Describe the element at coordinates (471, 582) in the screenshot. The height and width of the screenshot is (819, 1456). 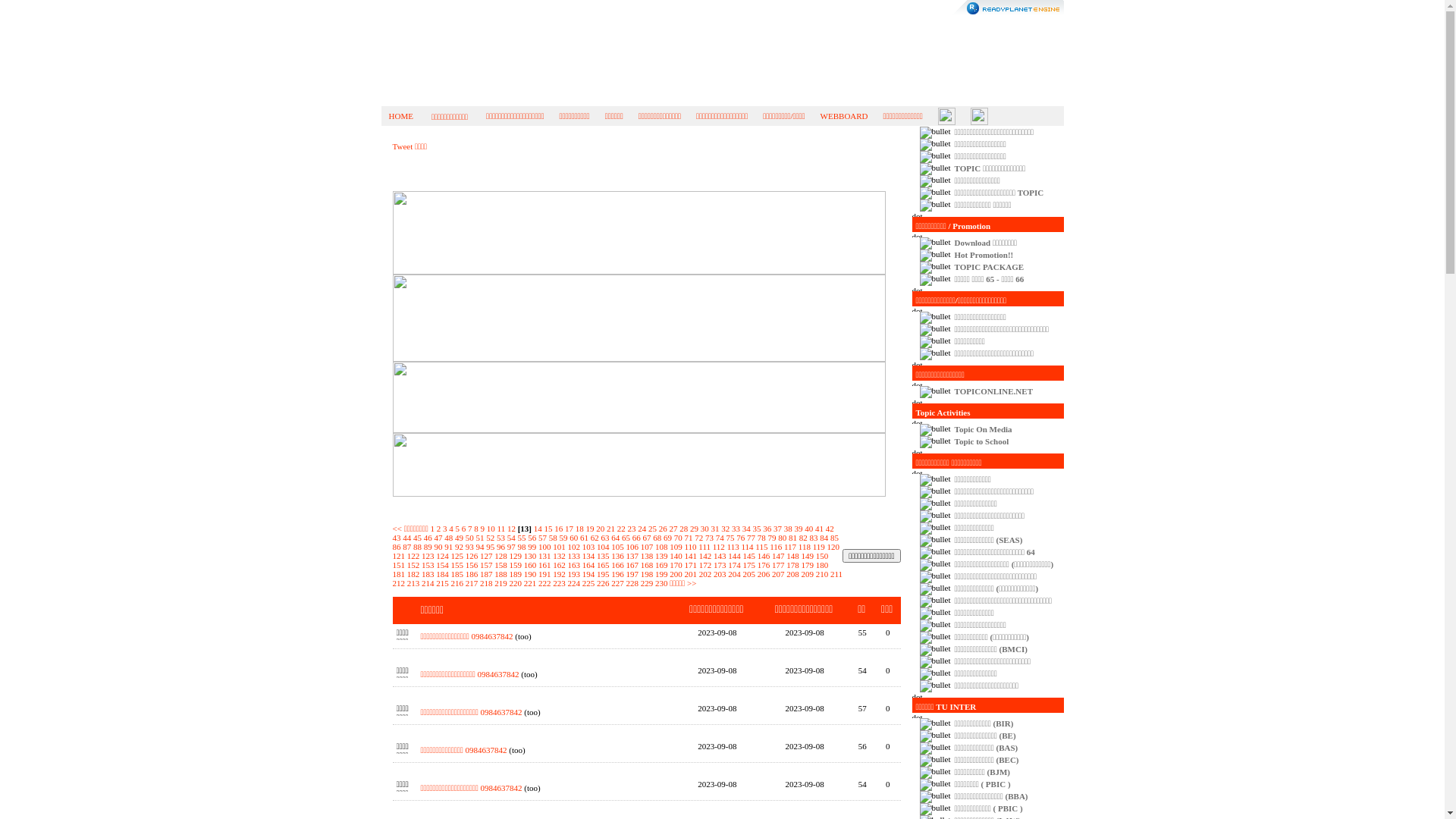
I see `'217'` at that location.